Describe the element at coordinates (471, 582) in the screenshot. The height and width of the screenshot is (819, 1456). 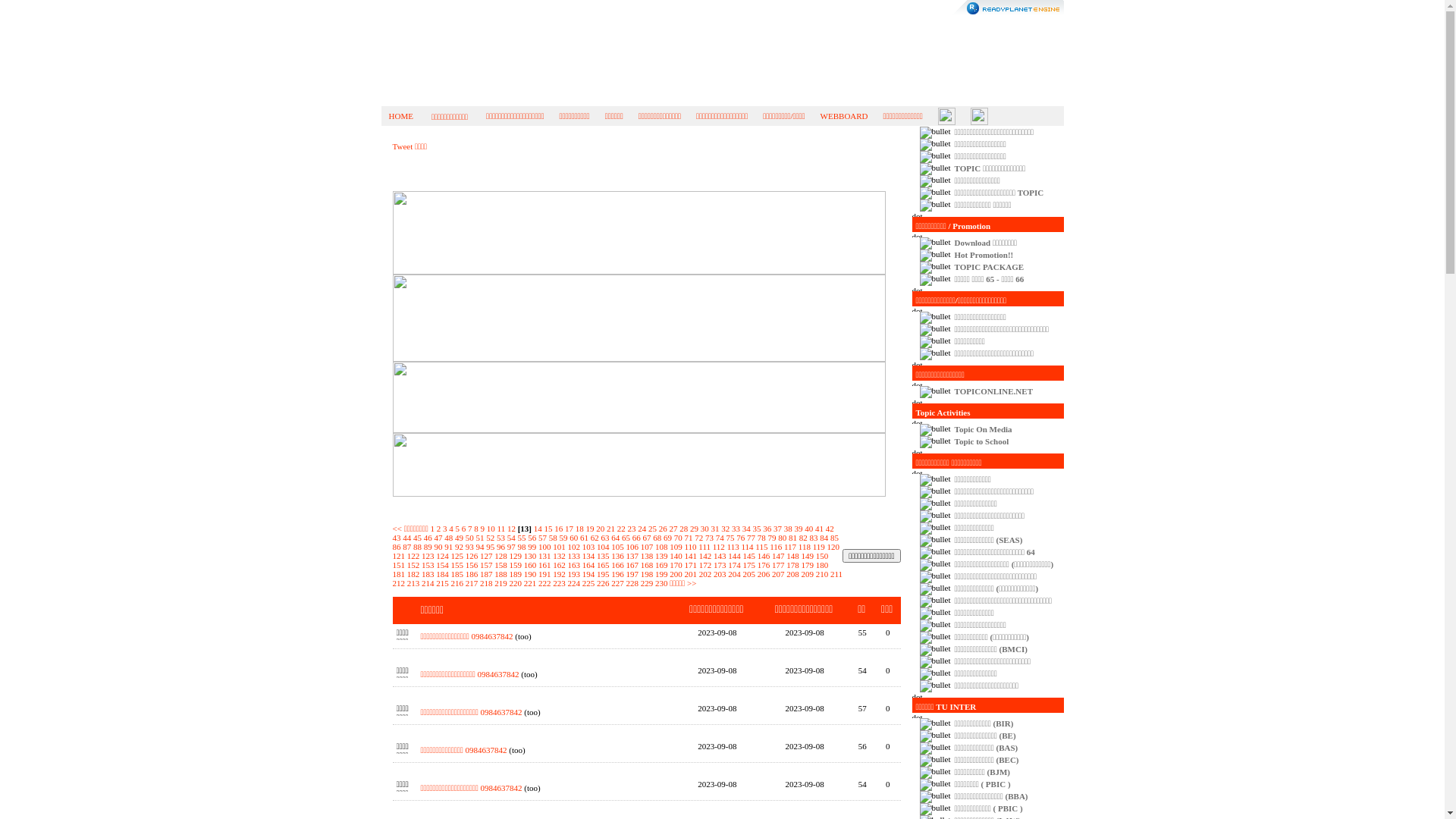
I see `'217'` at that location.